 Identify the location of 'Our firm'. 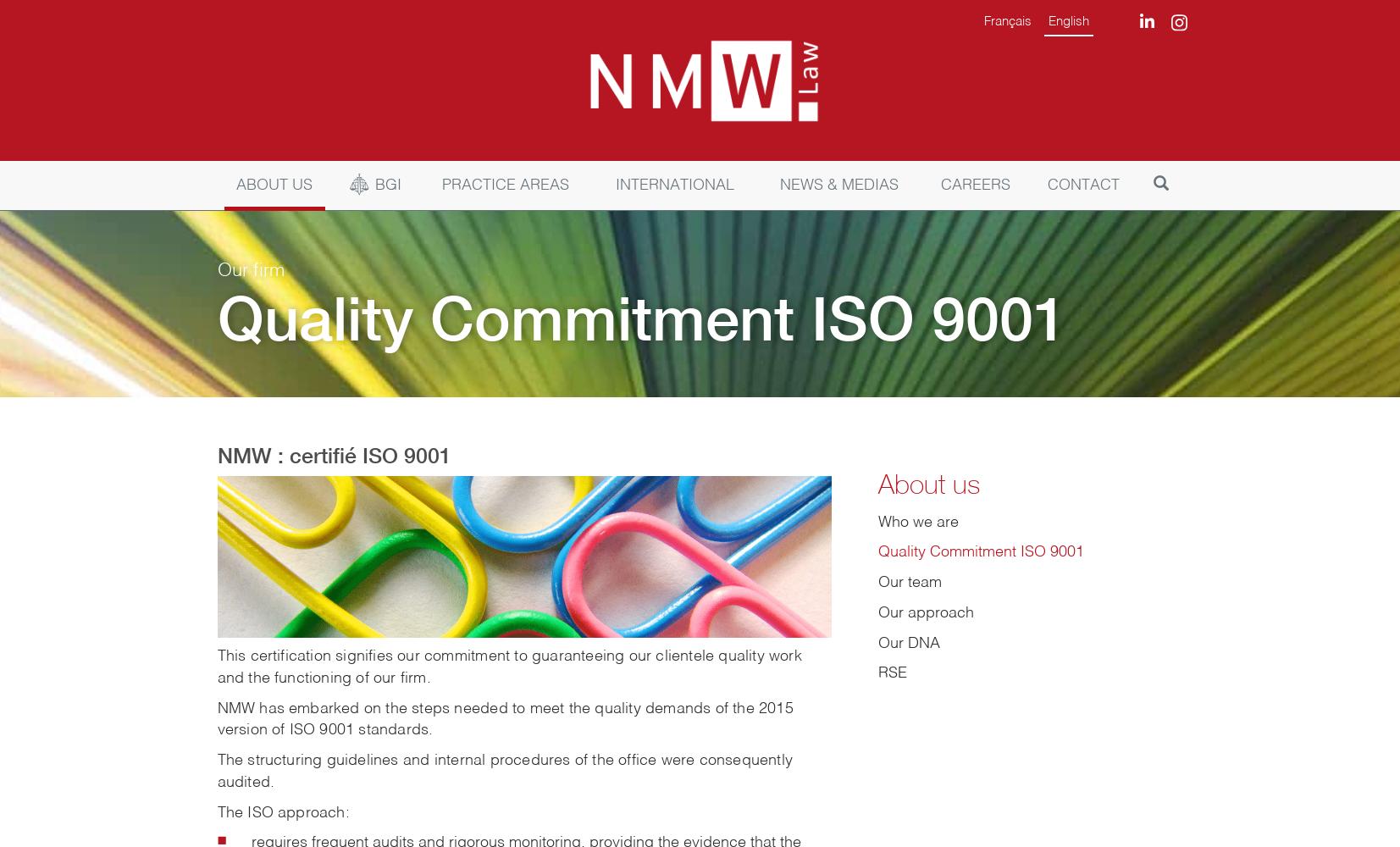
(250, 270).